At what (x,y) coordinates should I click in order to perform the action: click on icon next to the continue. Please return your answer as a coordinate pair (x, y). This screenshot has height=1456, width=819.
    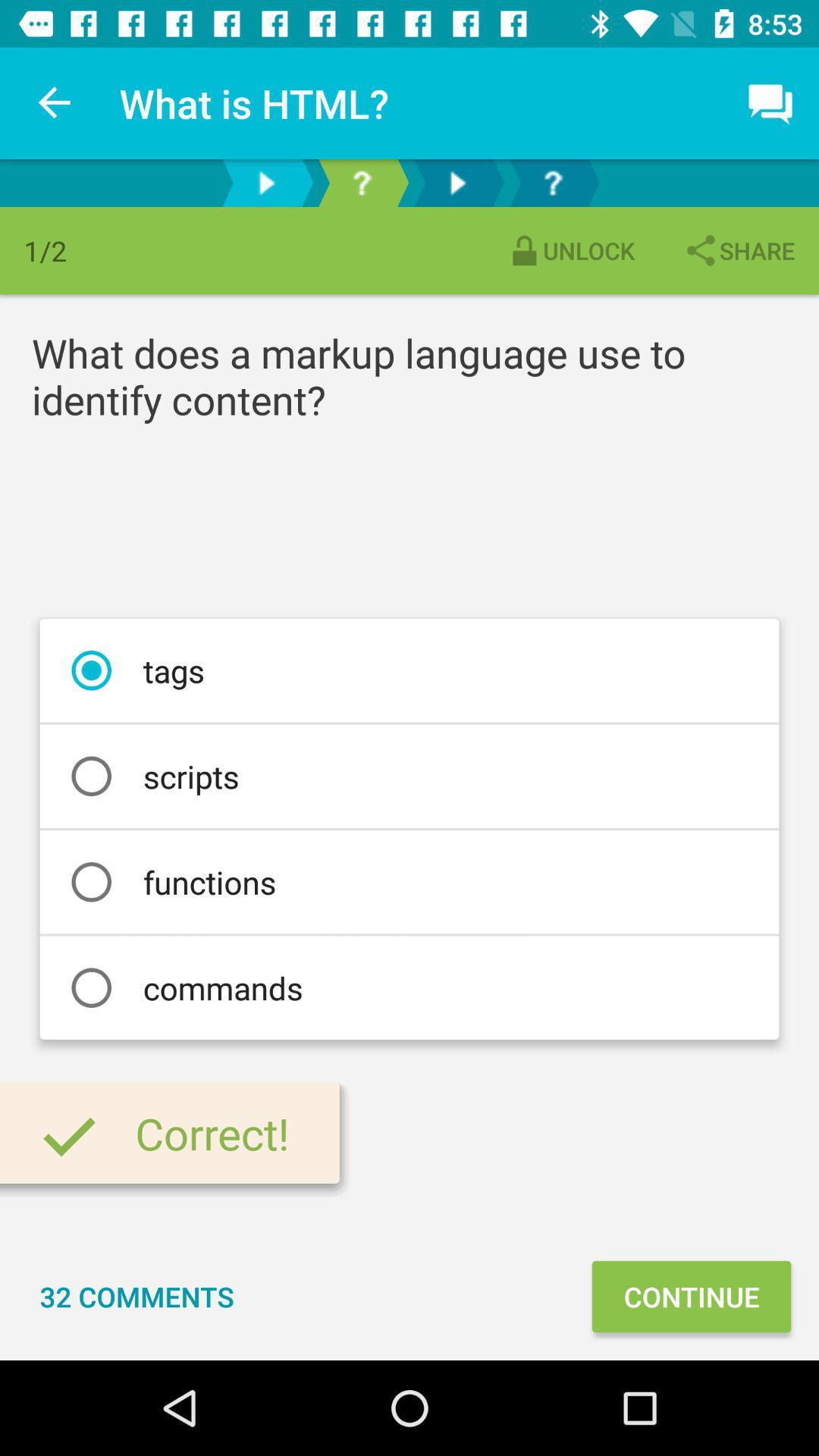
    Looking at the image, I should click on (136, 1295).